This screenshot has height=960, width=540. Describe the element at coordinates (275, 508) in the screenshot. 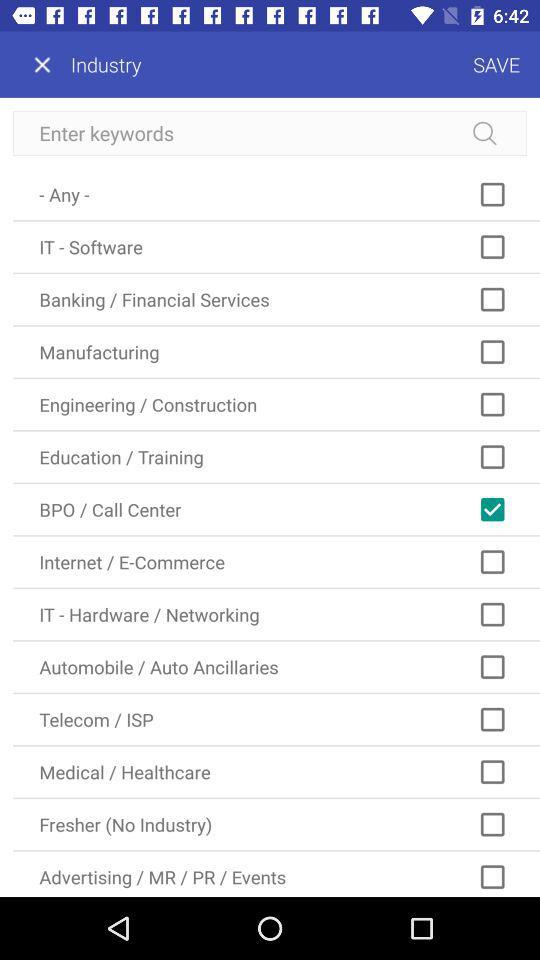

I see `the icon below education / training item` at that location.